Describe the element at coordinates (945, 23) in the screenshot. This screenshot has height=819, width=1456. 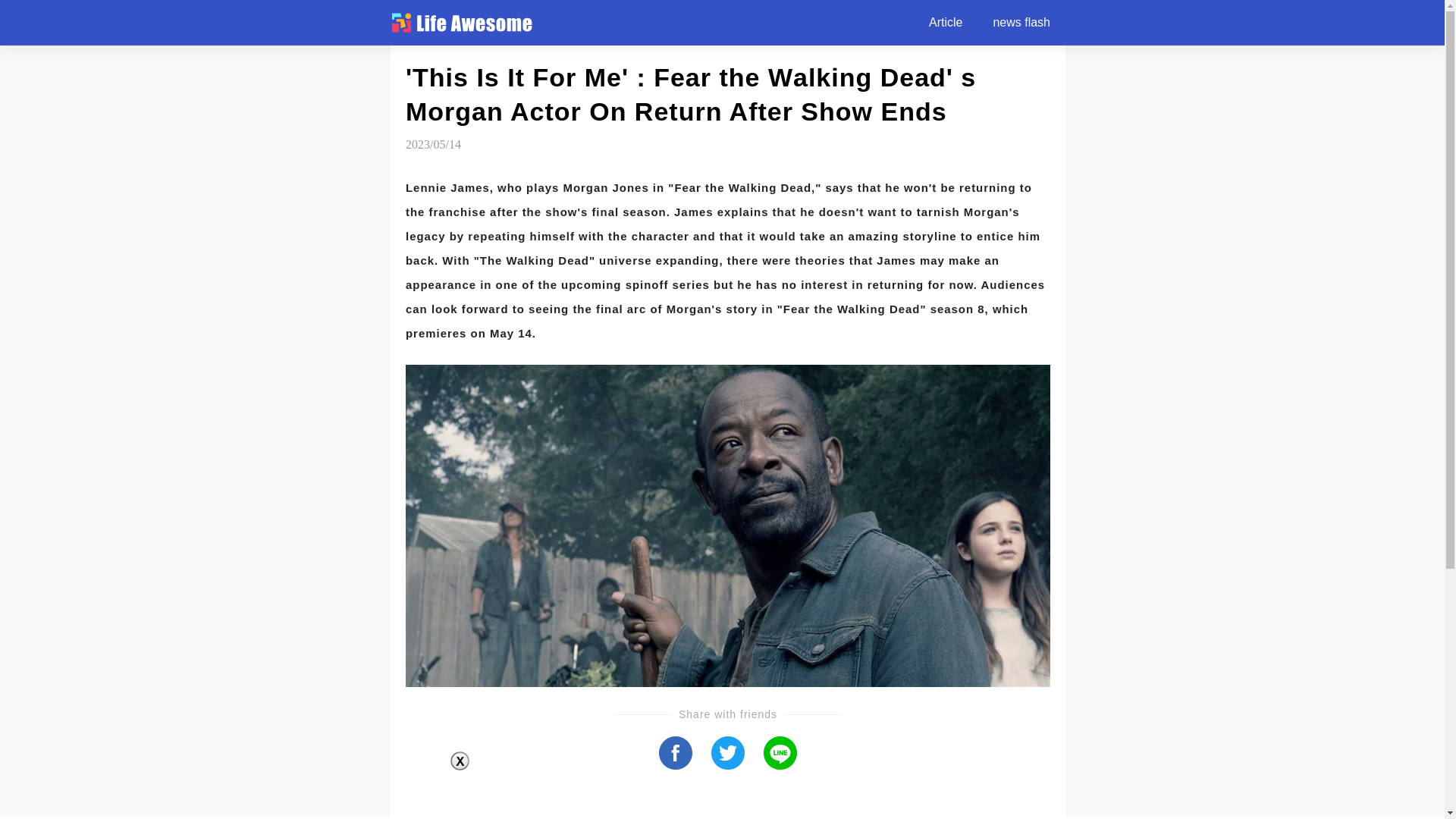
I see `'Article'` at that location.